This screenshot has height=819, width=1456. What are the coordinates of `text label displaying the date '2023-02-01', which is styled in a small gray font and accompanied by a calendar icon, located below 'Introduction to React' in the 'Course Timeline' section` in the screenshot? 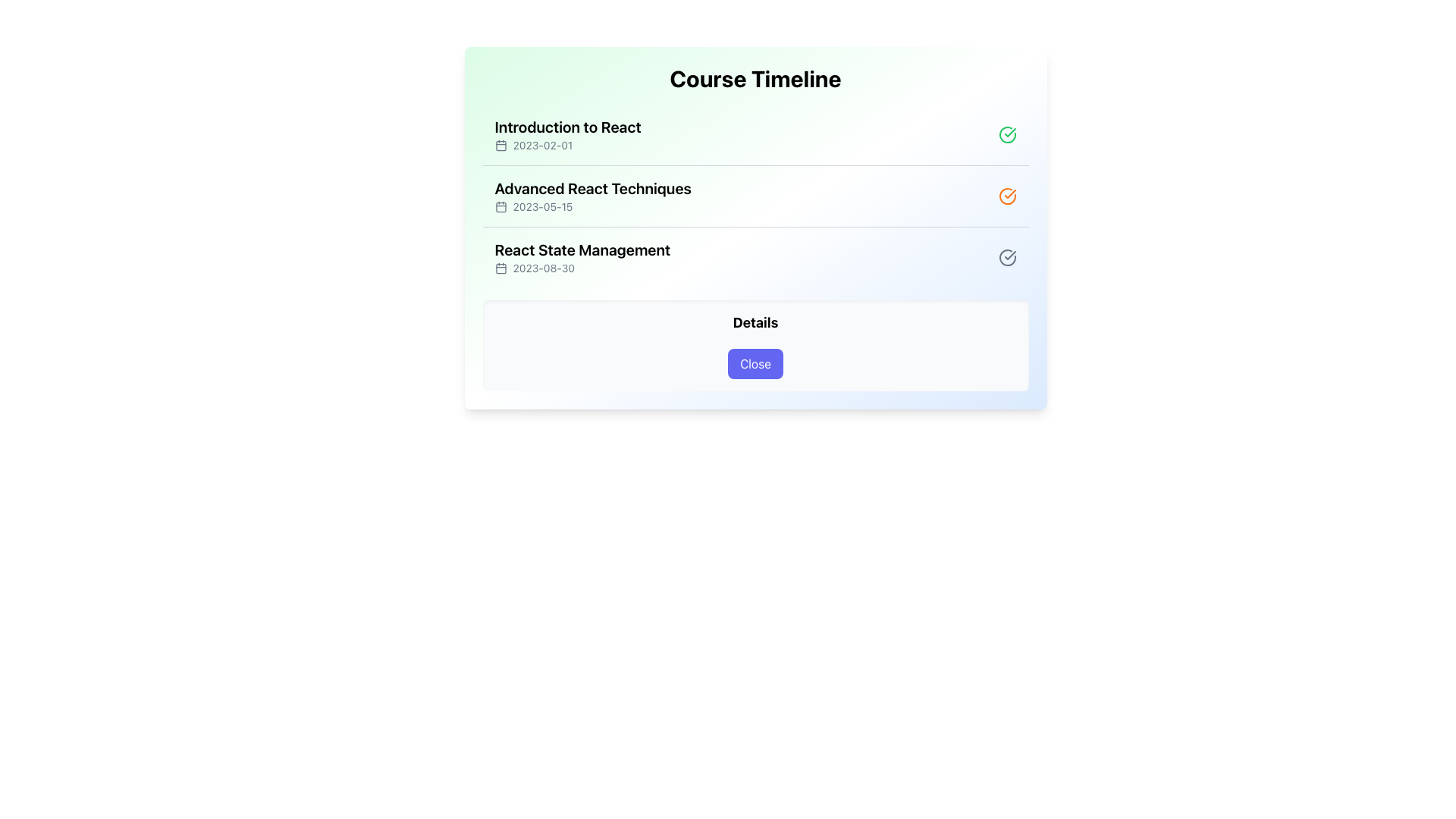 It's located at (566, 146).